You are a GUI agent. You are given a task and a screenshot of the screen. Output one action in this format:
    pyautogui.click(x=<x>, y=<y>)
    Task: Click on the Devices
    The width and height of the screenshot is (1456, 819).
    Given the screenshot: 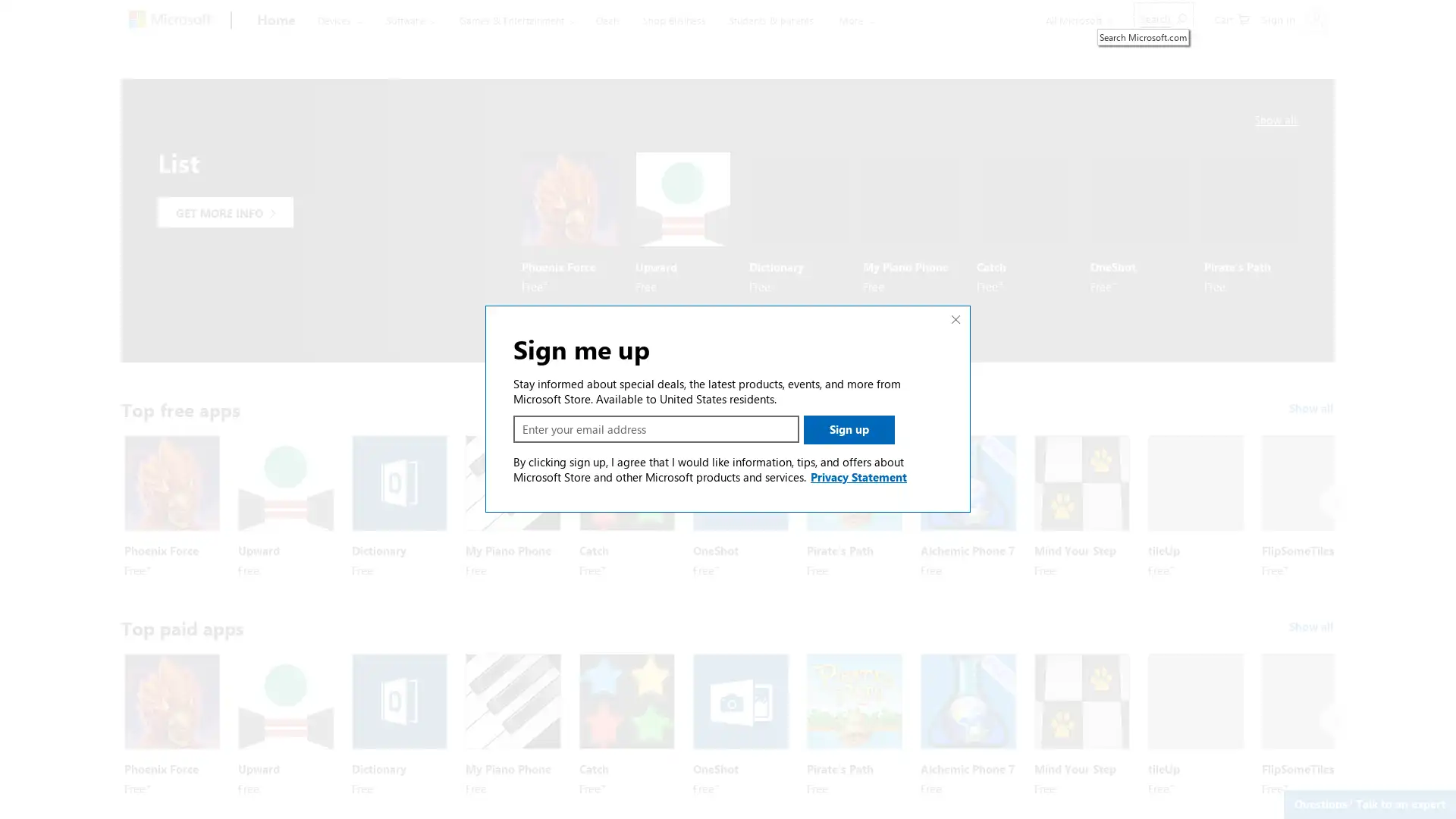 What is the action you would take?
    pyautogui.click(x=338, y=20)
    